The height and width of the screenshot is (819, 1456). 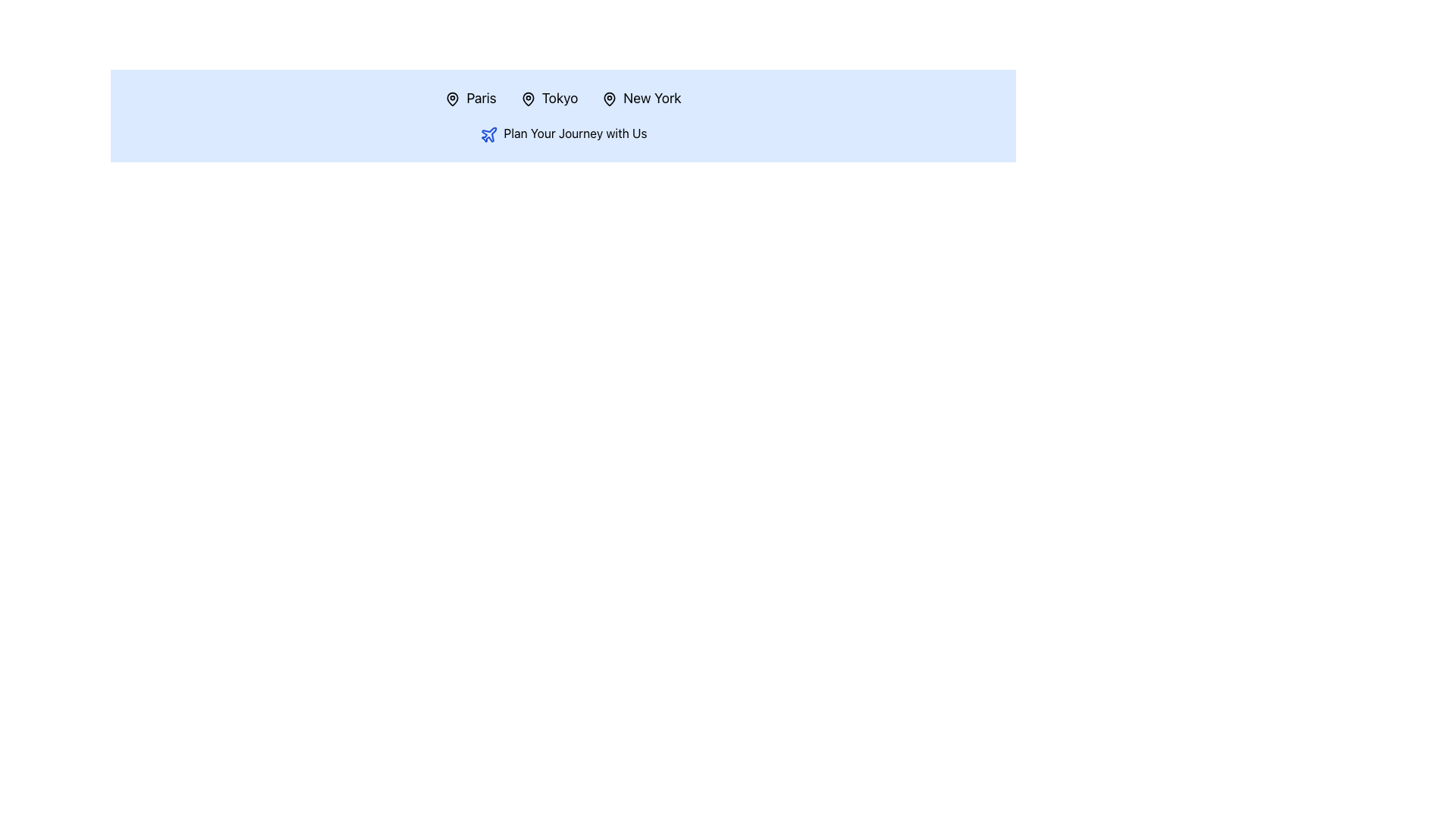 What do you see at coordinates (642, 99) in the screenshot?
I see `the clickable text label displaying 'New York' with an associated map pin icon` at bounding box center [642, 99].